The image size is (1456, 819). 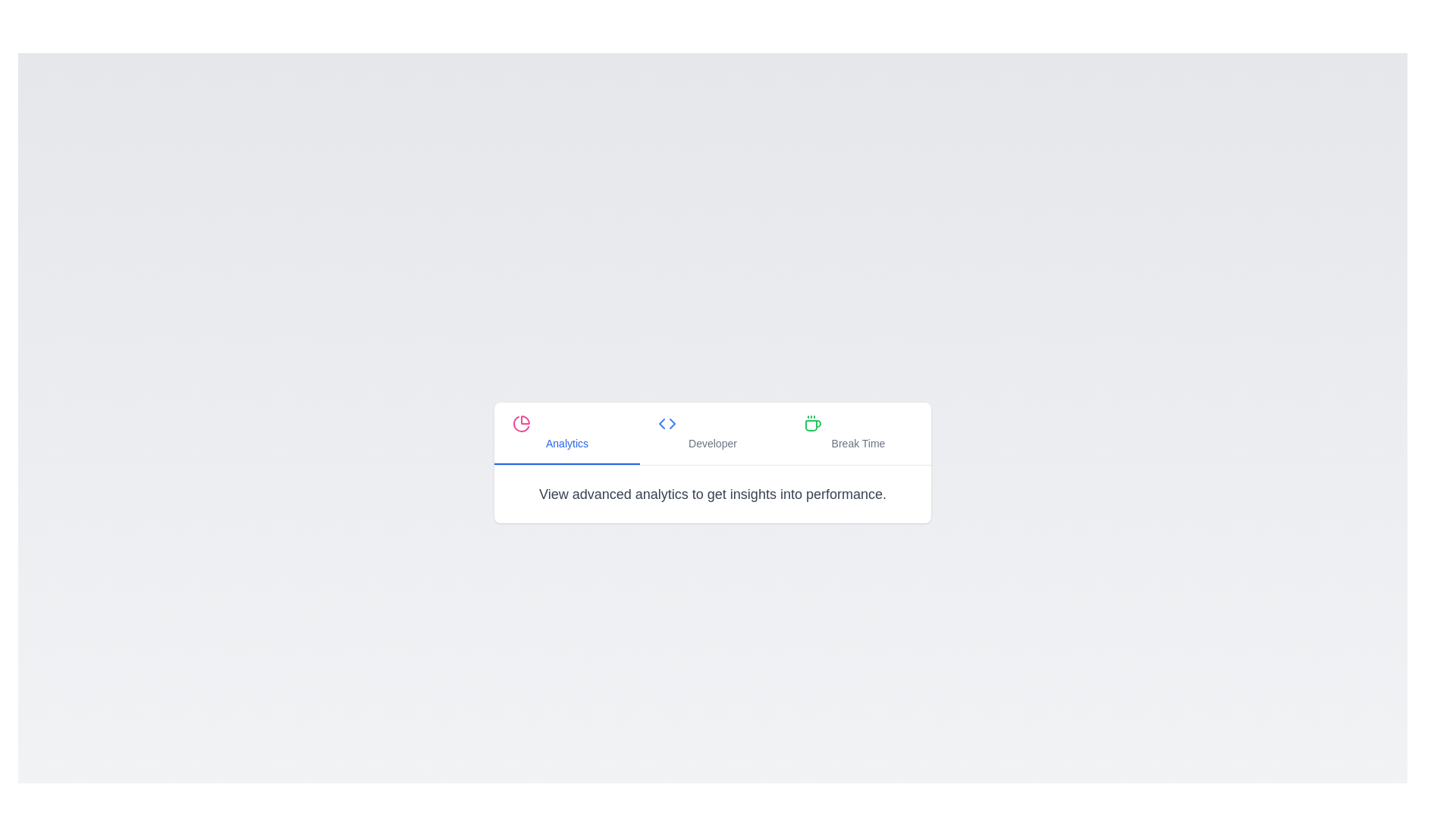 I want to click on the text 'View advanced analytics to get insights into performance.' for copying or accessibility purposes, so click(x=712, y=494).